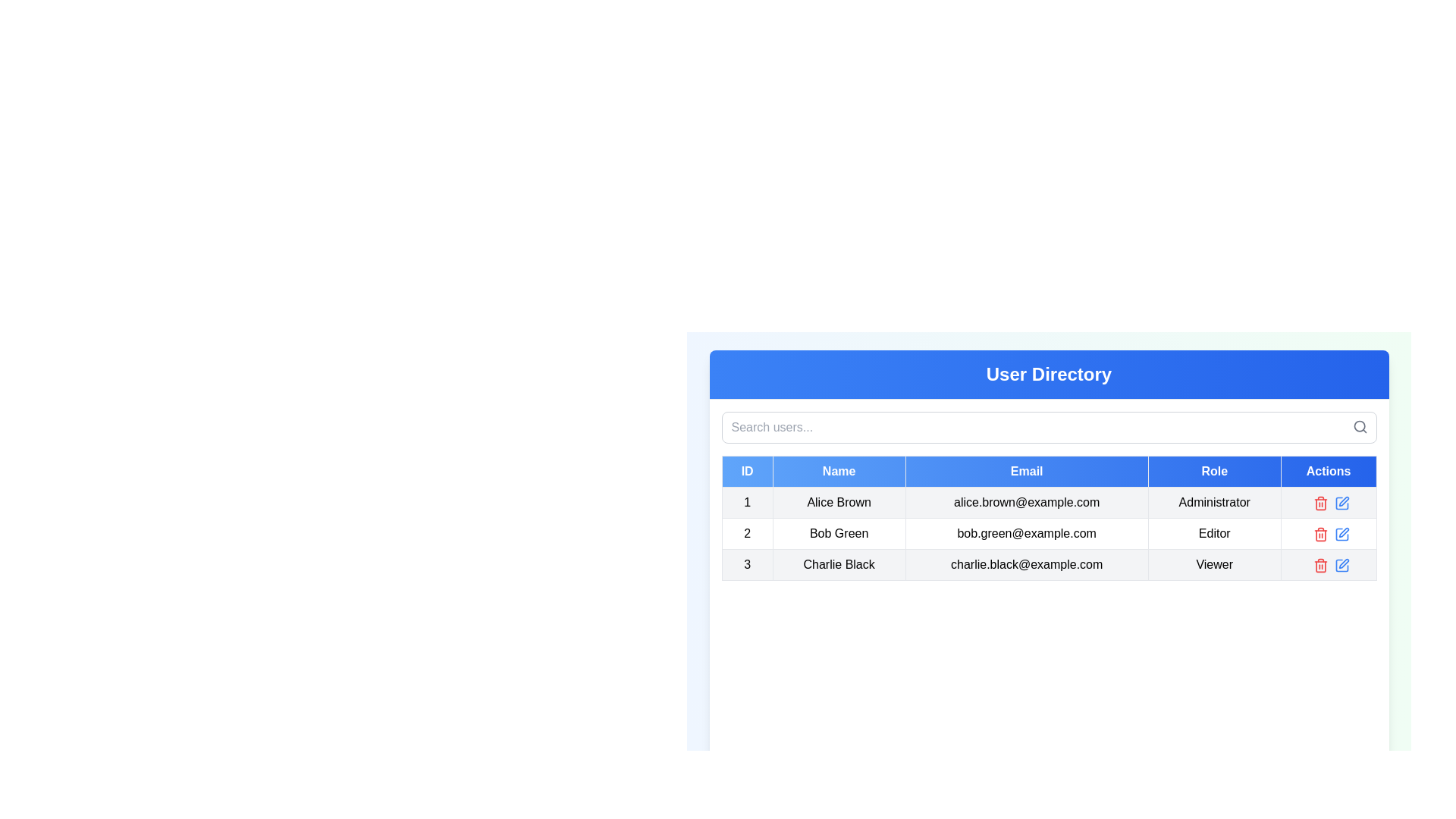 The width and height of the screenshot is (1456, 819). Describe the element at coordinates (1342, 565) in the screenshot. I see `the edit icon button located in the Actions column of the last row for 'Charlie Black' in the User Directory table to modify his details` at that location.